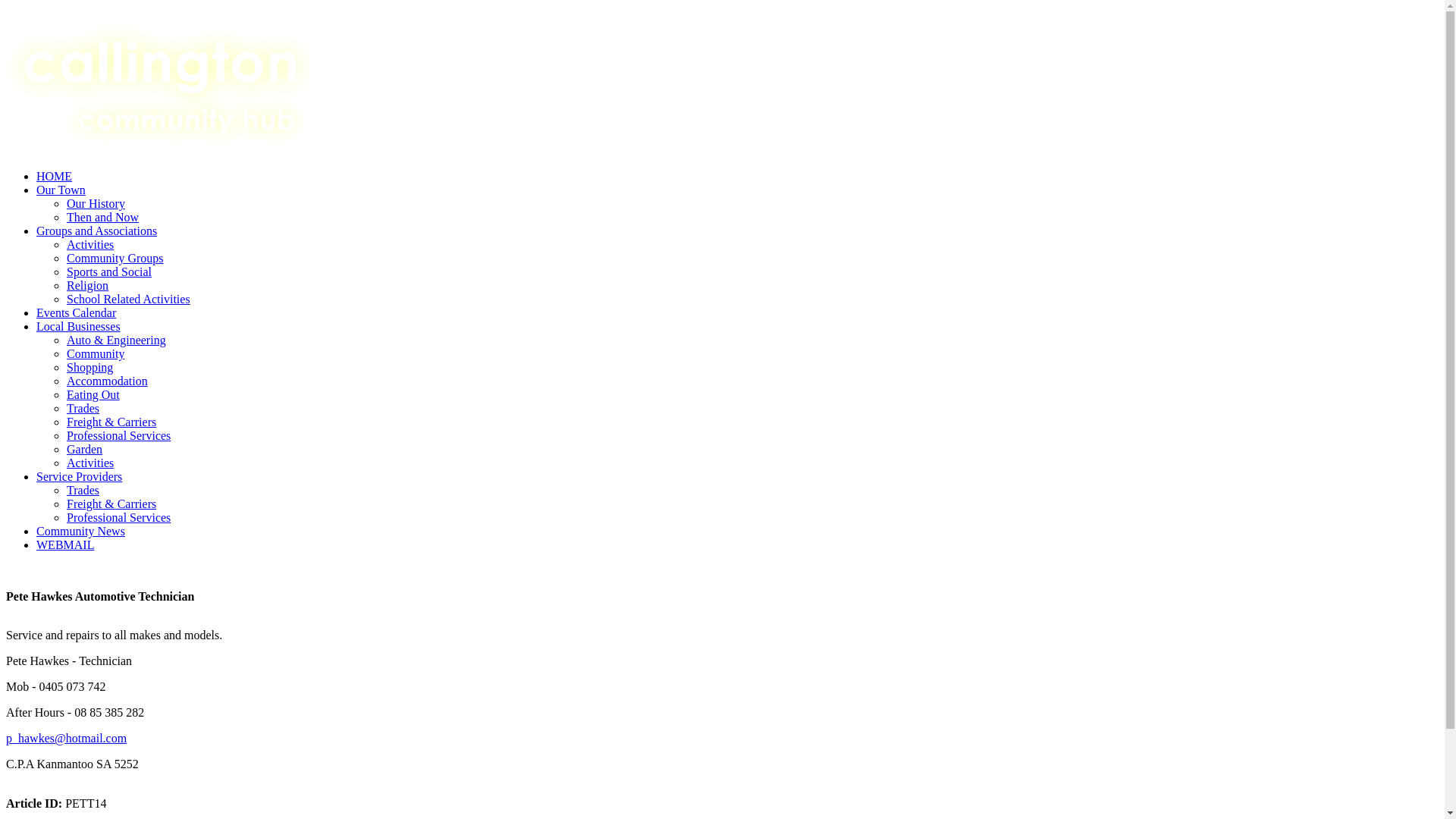  Describe the element at coordinates (94, 353) in the screenshot. I see `'Community'` at that location.